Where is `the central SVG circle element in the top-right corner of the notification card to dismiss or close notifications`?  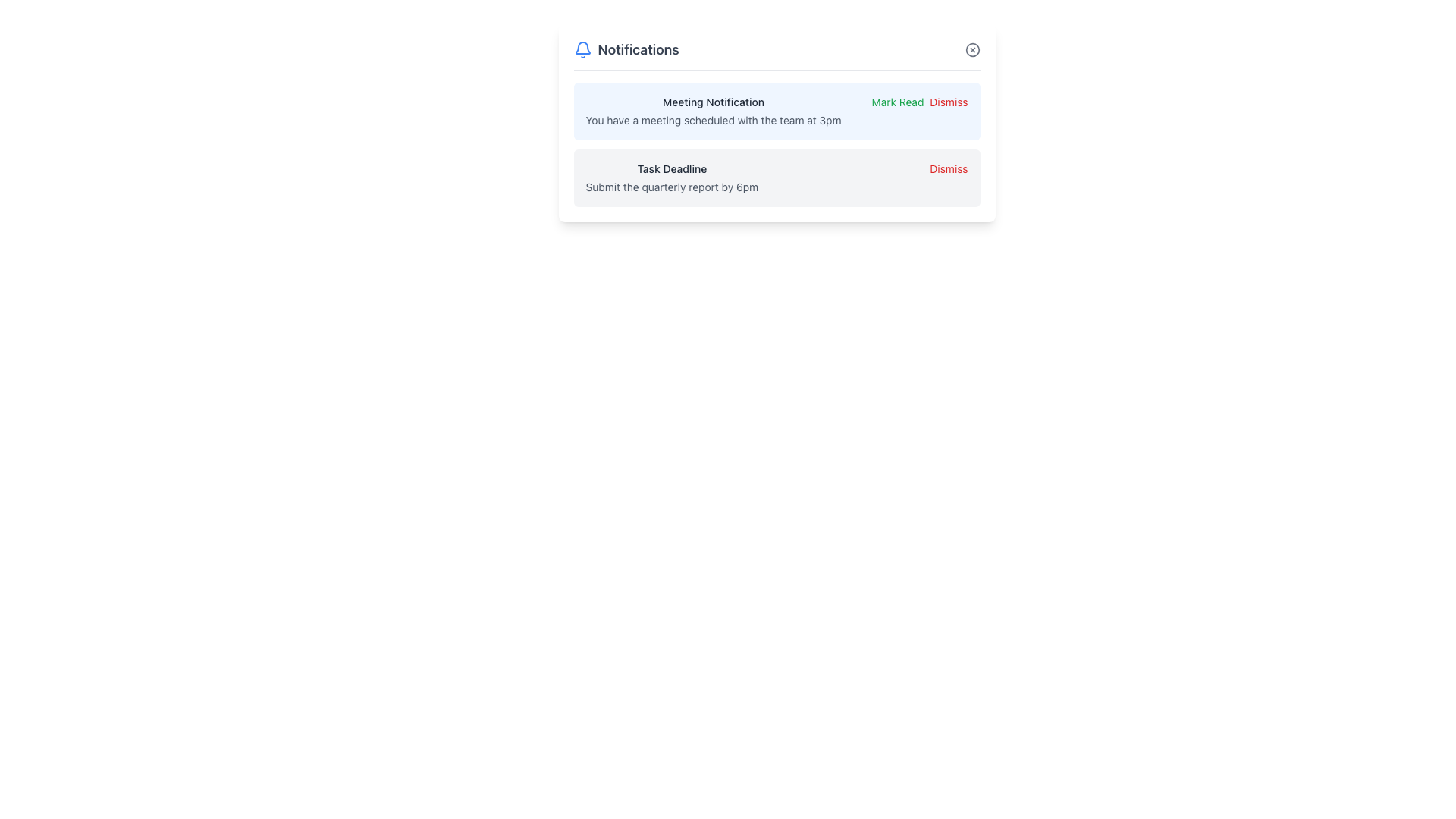
the central SVG circle element in the top-right corner of the notification card to dismiss or close notifications is located at coordinates (972, 49).